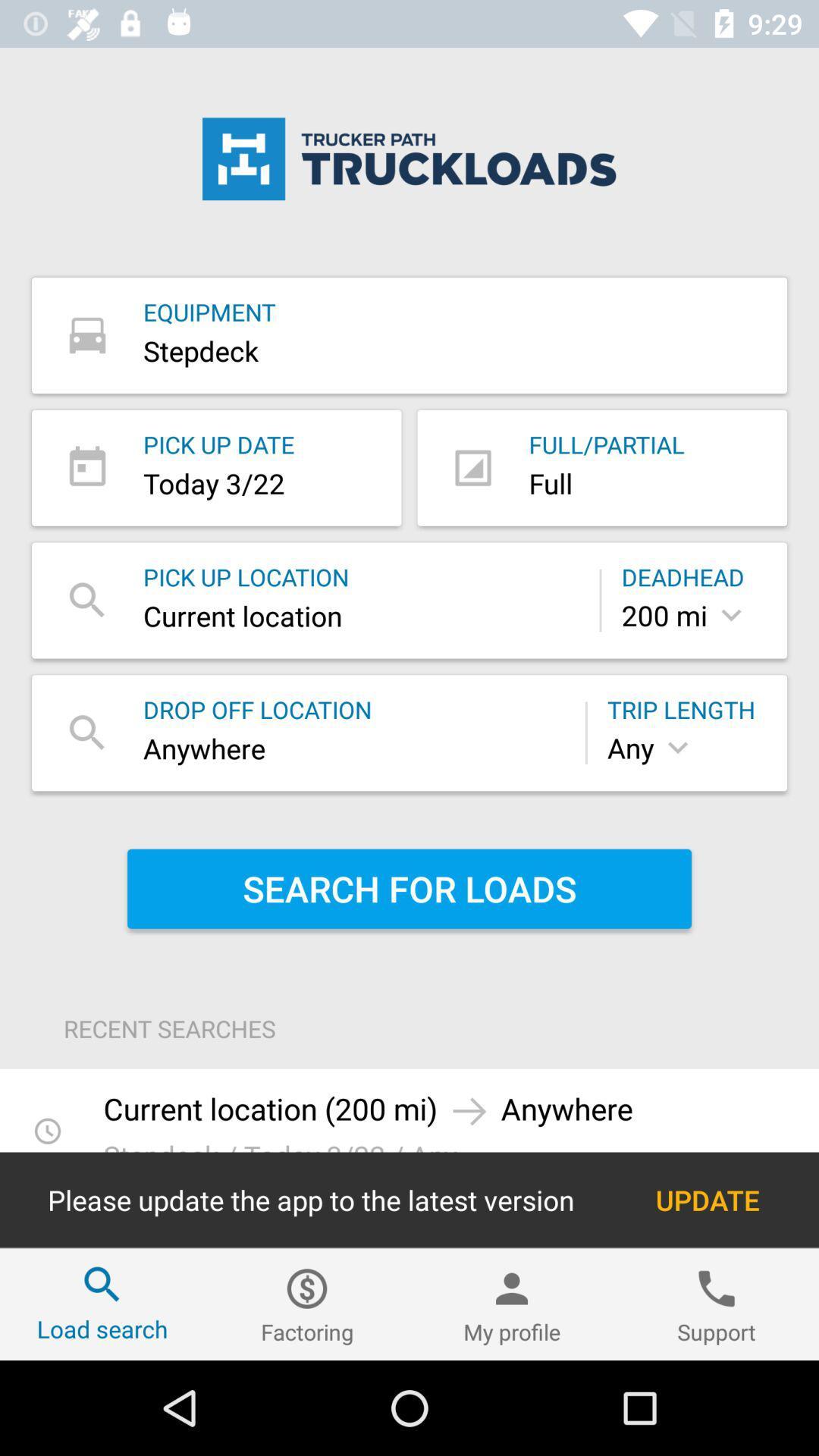 The height and width of the screenshot is (1456, 819). What do you see at coordinates (409, 889) in the screenshot?
I see `the icon above recent searches item` at bounding box center [409, 889].